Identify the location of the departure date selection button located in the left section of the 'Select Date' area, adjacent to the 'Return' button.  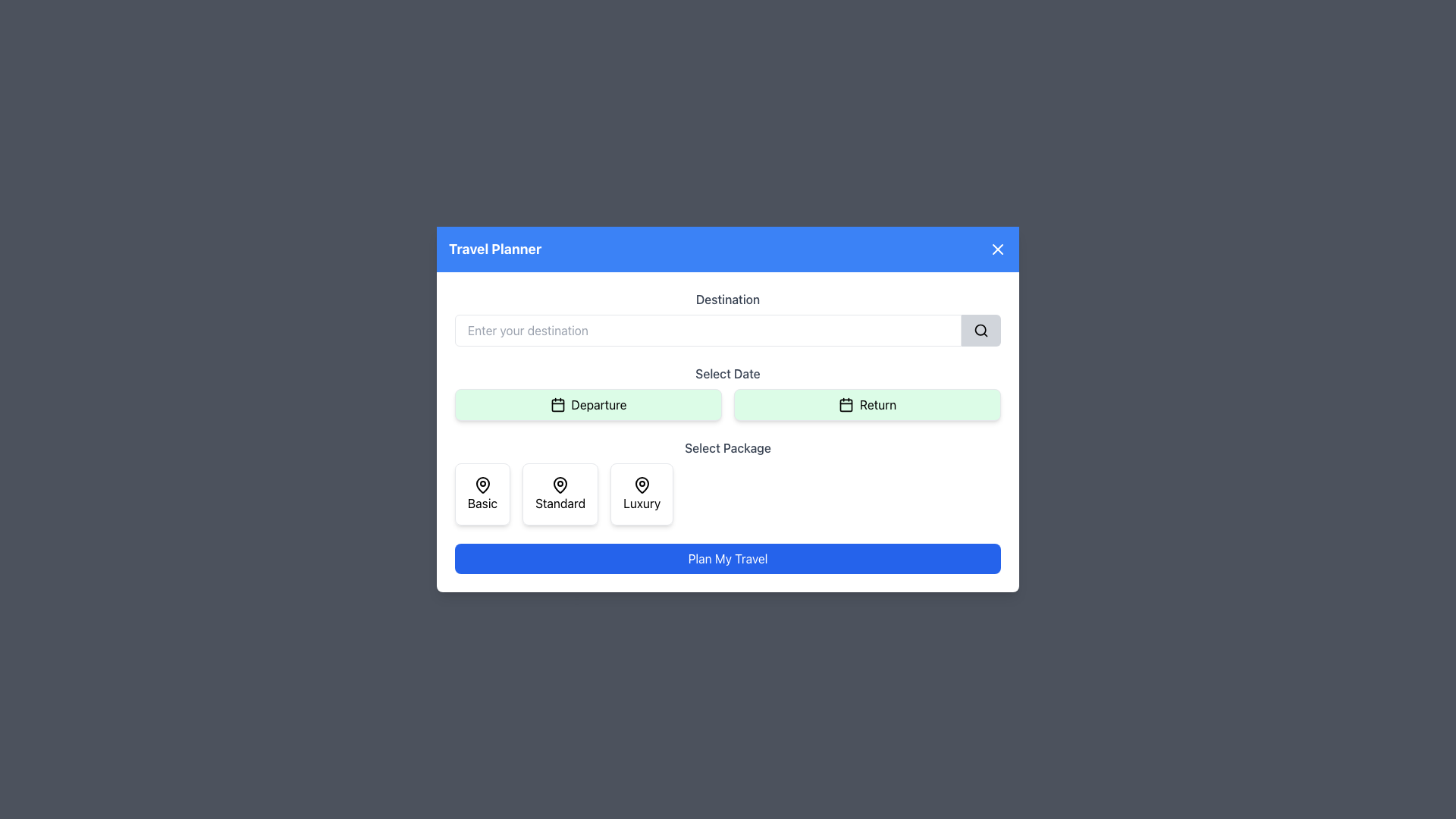
(588, 403).